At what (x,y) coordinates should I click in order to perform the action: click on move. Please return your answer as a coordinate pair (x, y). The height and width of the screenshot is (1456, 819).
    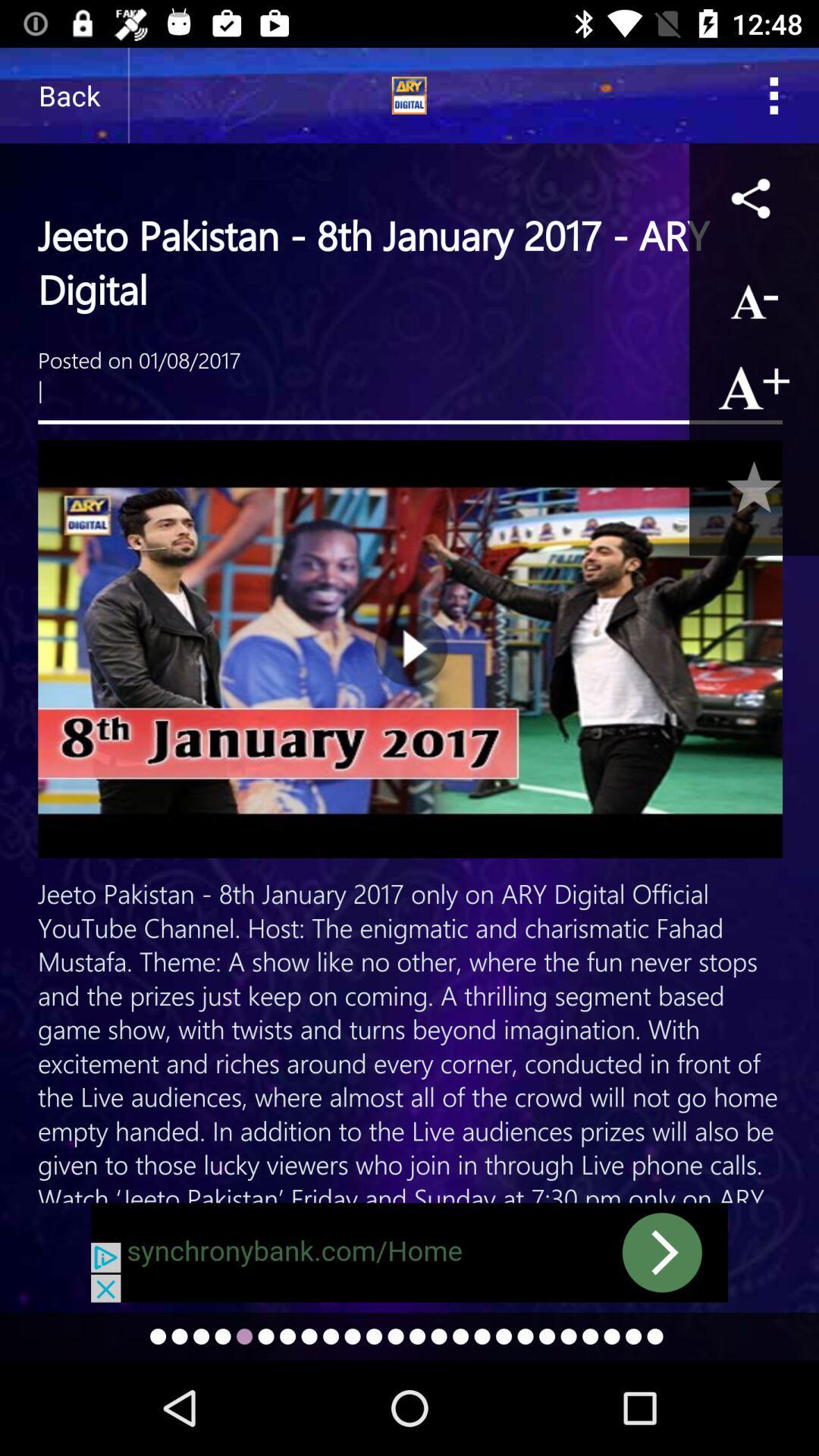
    Looking at the image, I should click on (409, 1252).